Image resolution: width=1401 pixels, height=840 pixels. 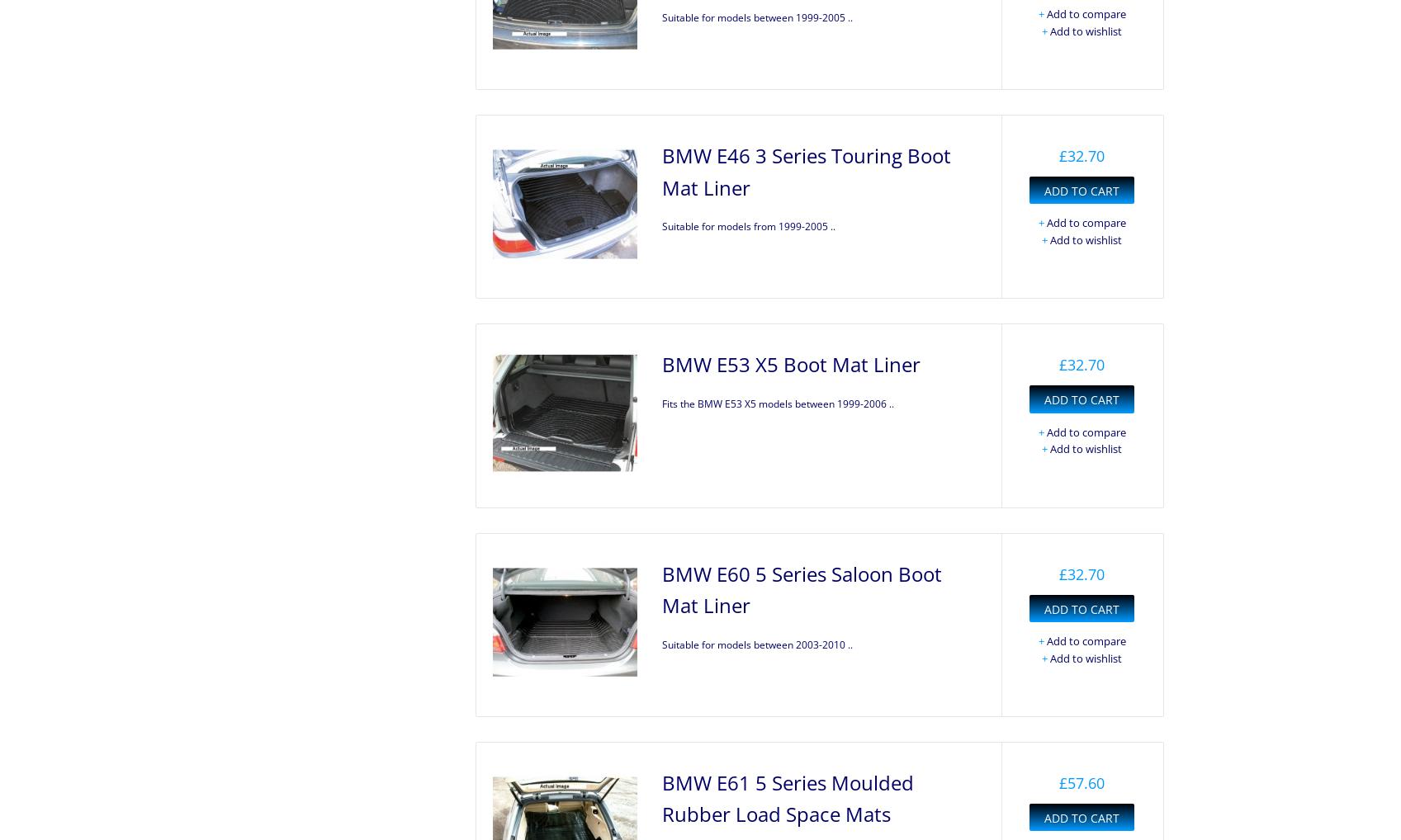 What do you see at coordinates (756, 16) in the screenshot?
I see `'Suitable for models between 1999-2005
..'` at bounding box center [756, 16].